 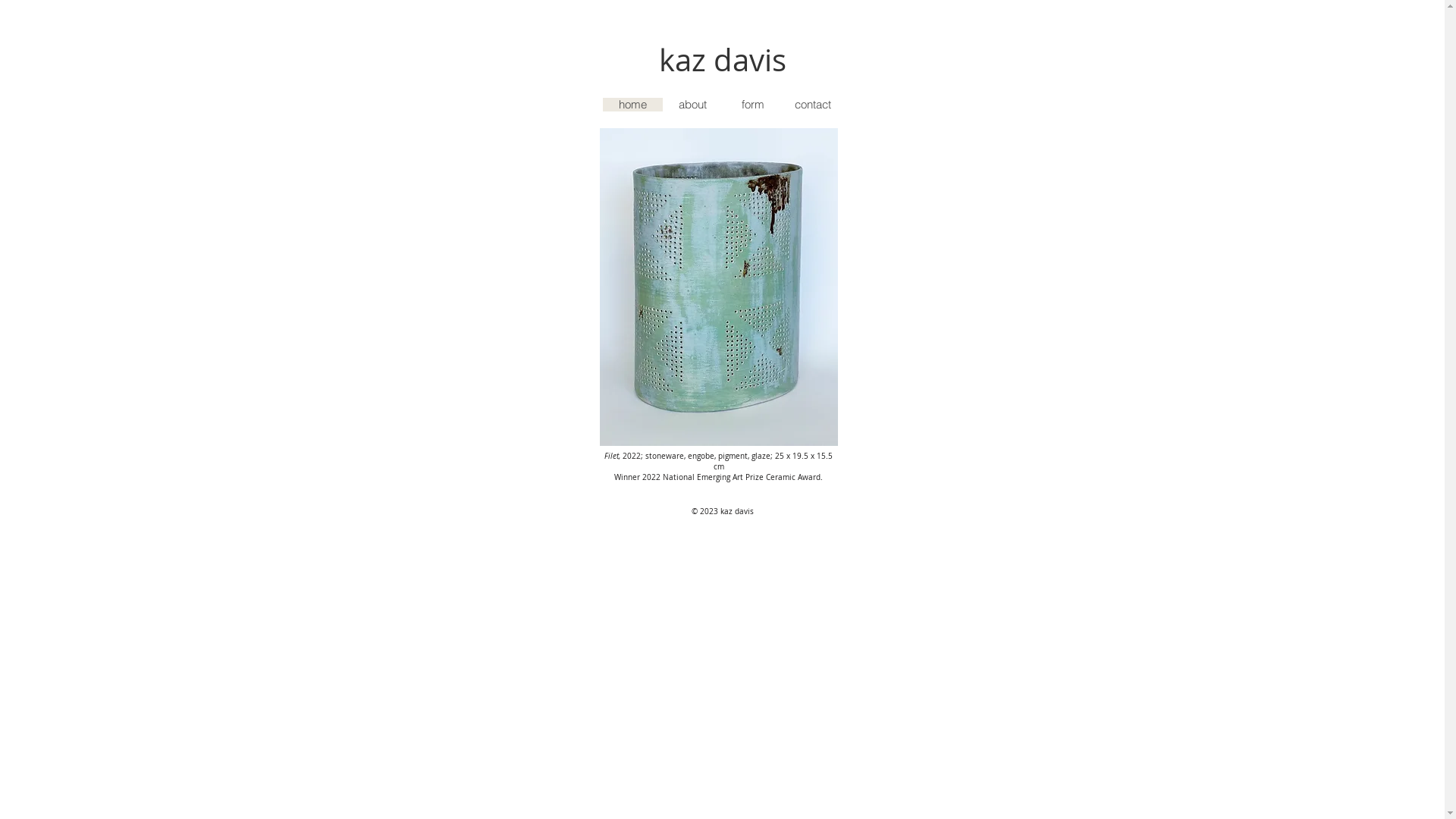 What do you see at coordinates (632, 104) in the screenshot?
I see `'home'` at bounding box center [632, 104].